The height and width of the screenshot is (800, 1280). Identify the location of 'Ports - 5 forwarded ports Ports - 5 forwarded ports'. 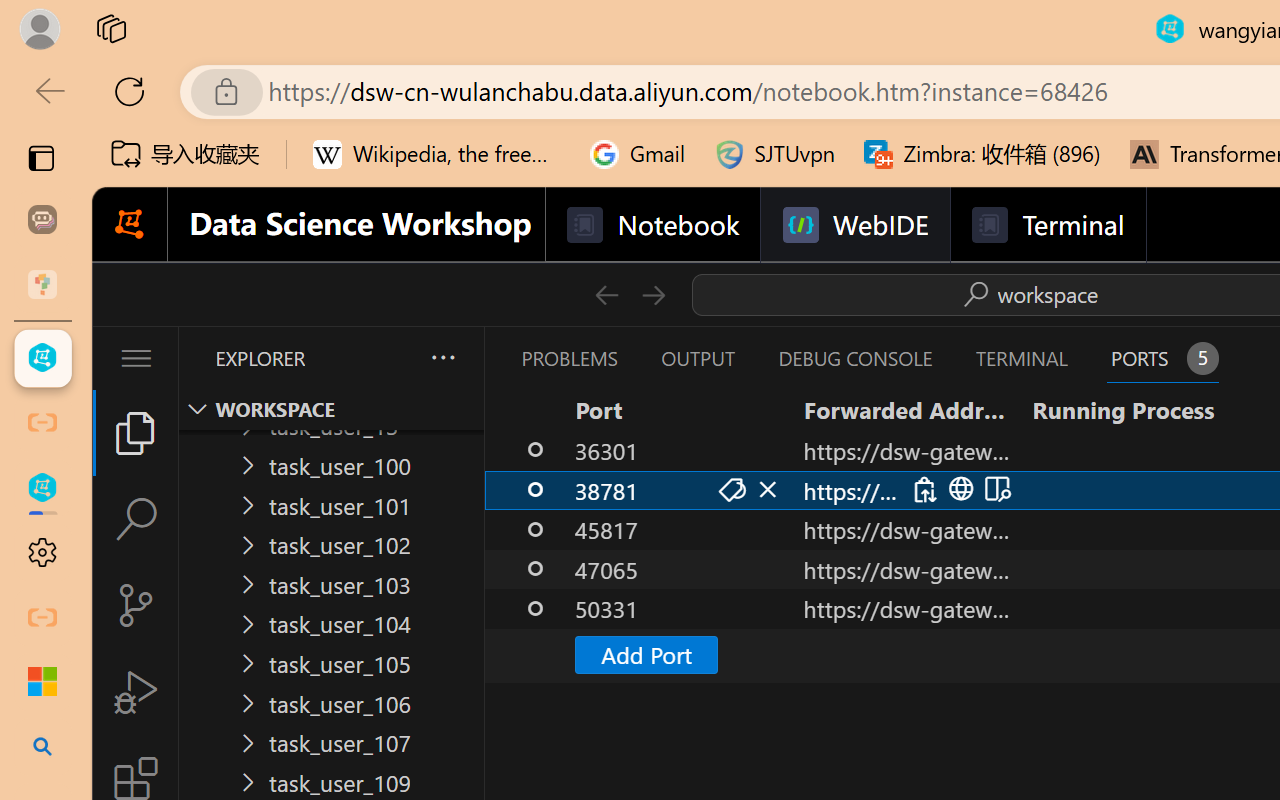
(1162, 358).